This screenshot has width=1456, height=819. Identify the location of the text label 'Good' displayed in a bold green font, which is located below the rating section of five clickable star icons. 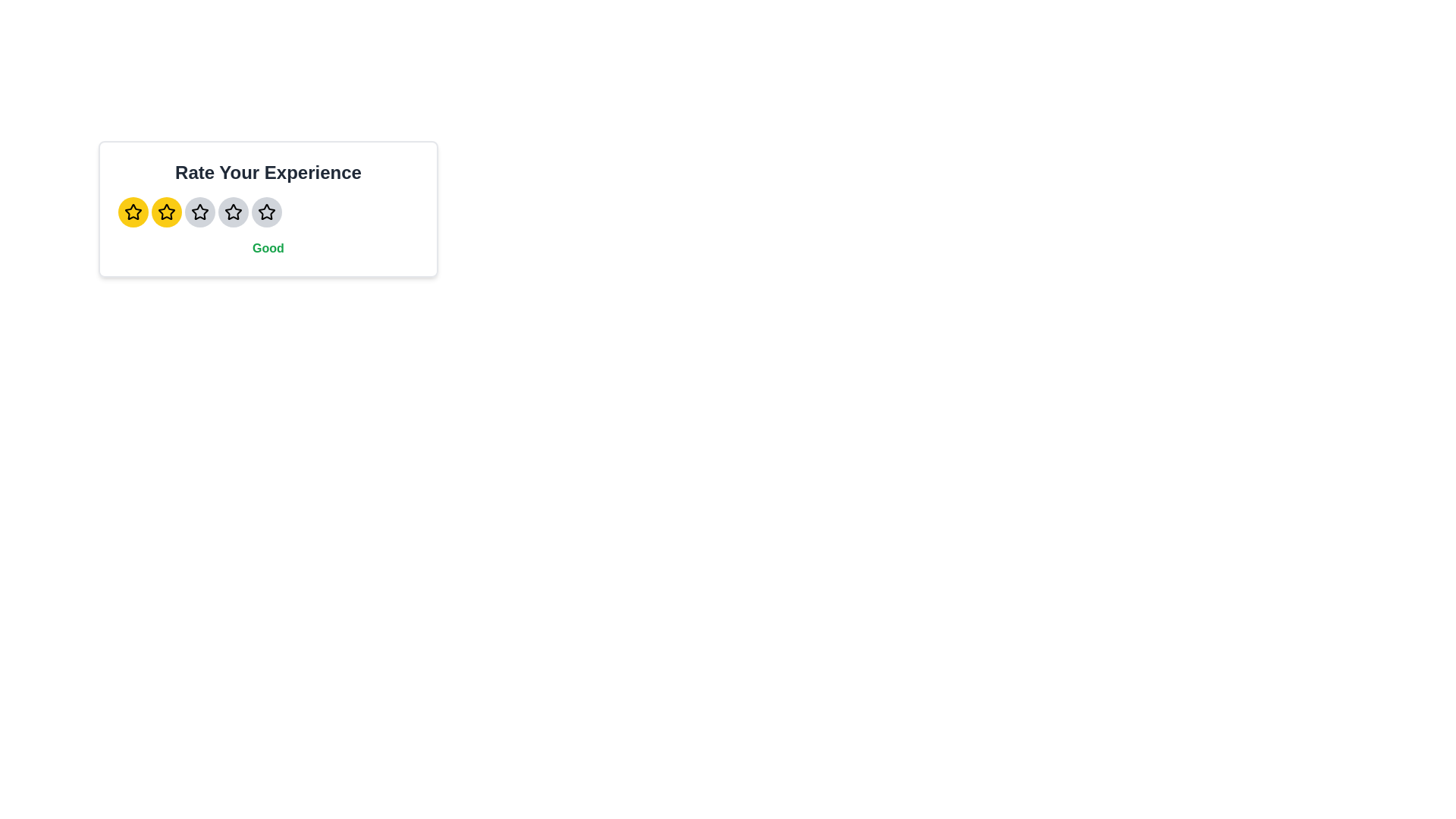
(268, 247).